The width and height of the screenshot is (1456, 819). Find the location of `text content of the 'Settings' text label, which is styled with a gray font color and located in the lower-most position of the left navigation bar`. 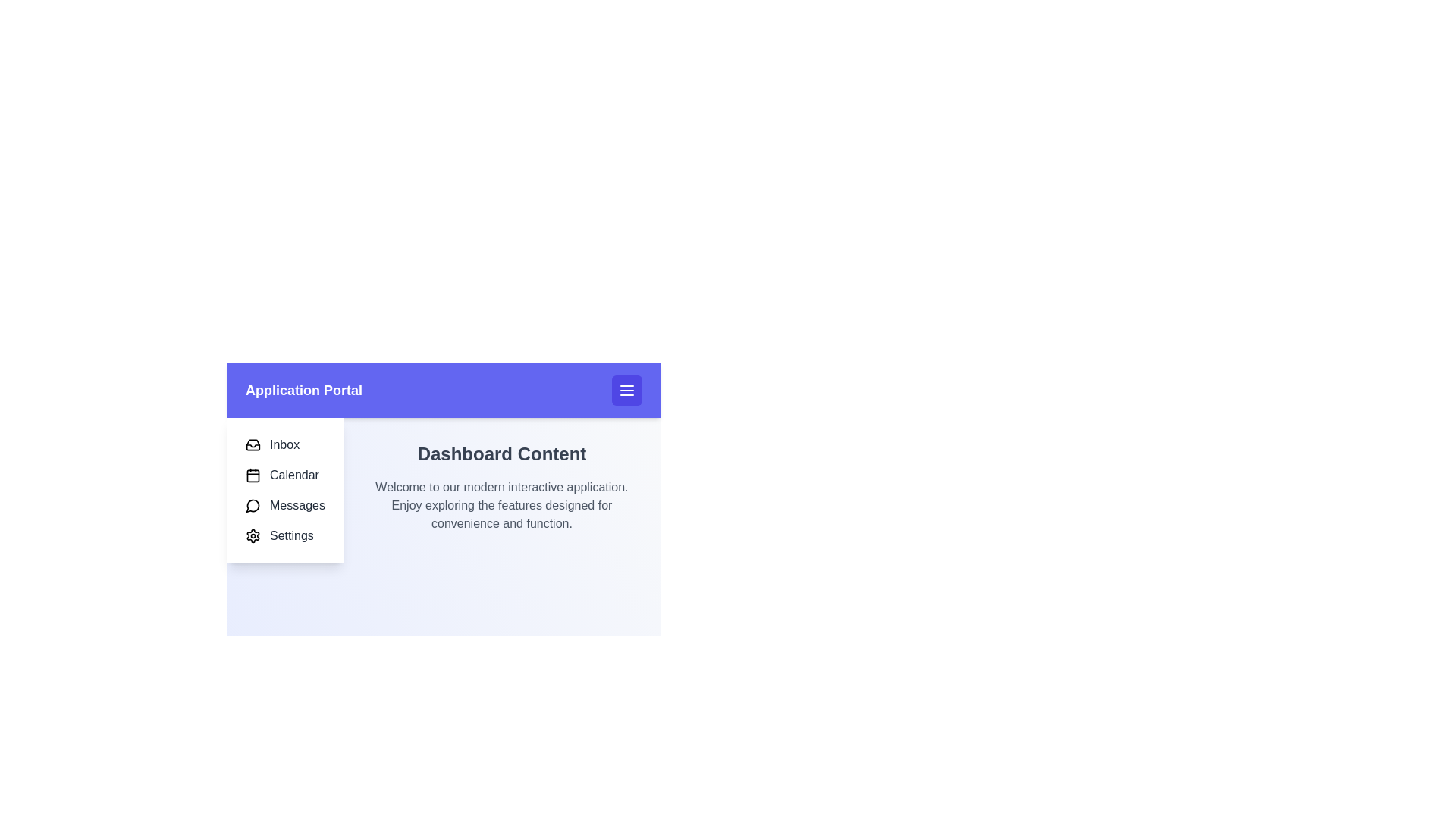

text content of the 'Settings' text label, which is styled with a gray font color and located in the lower-most position of the left navigation bar is located at coordinates (291, 535).